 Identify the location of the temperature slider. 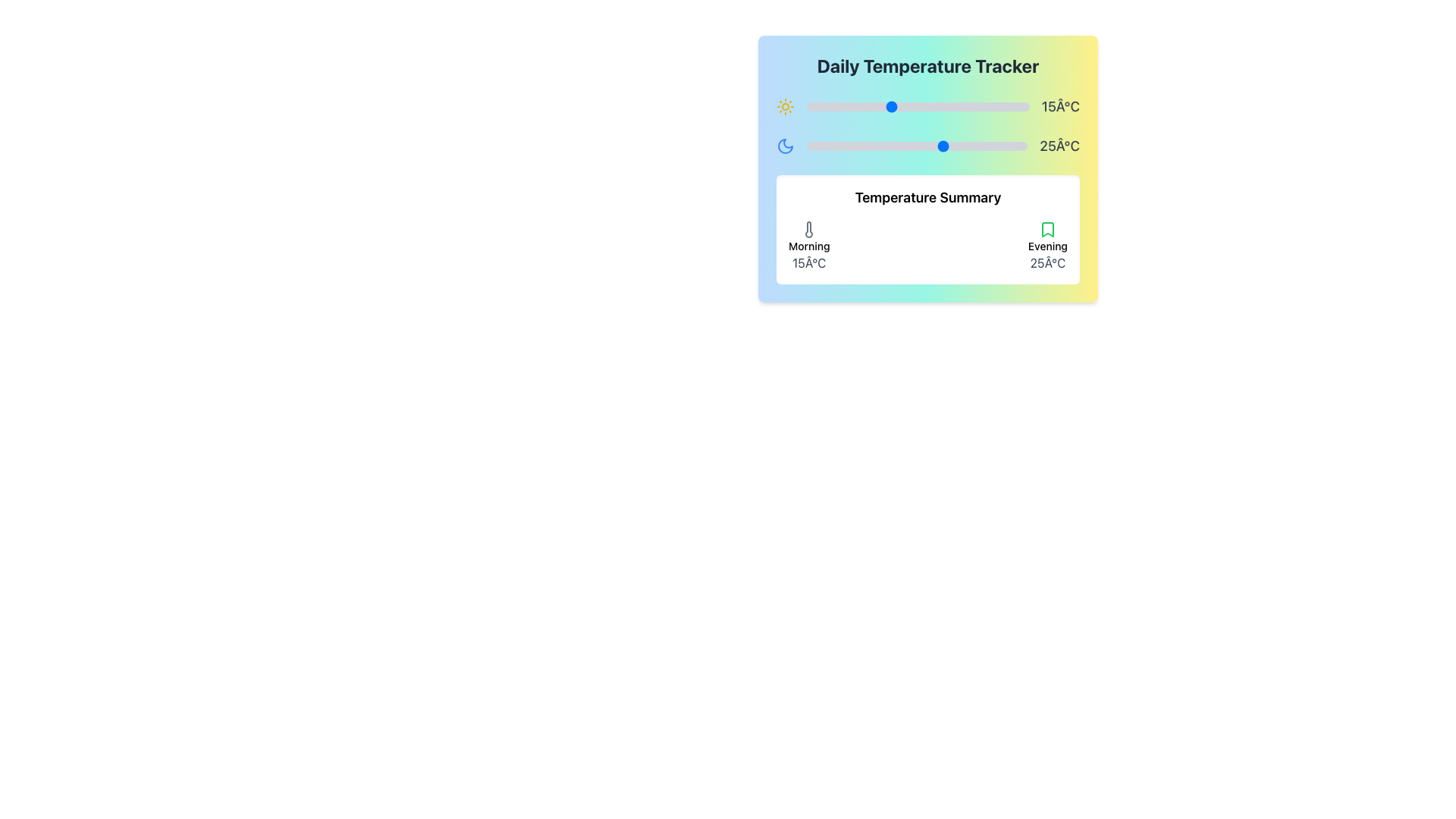
(996, 106).